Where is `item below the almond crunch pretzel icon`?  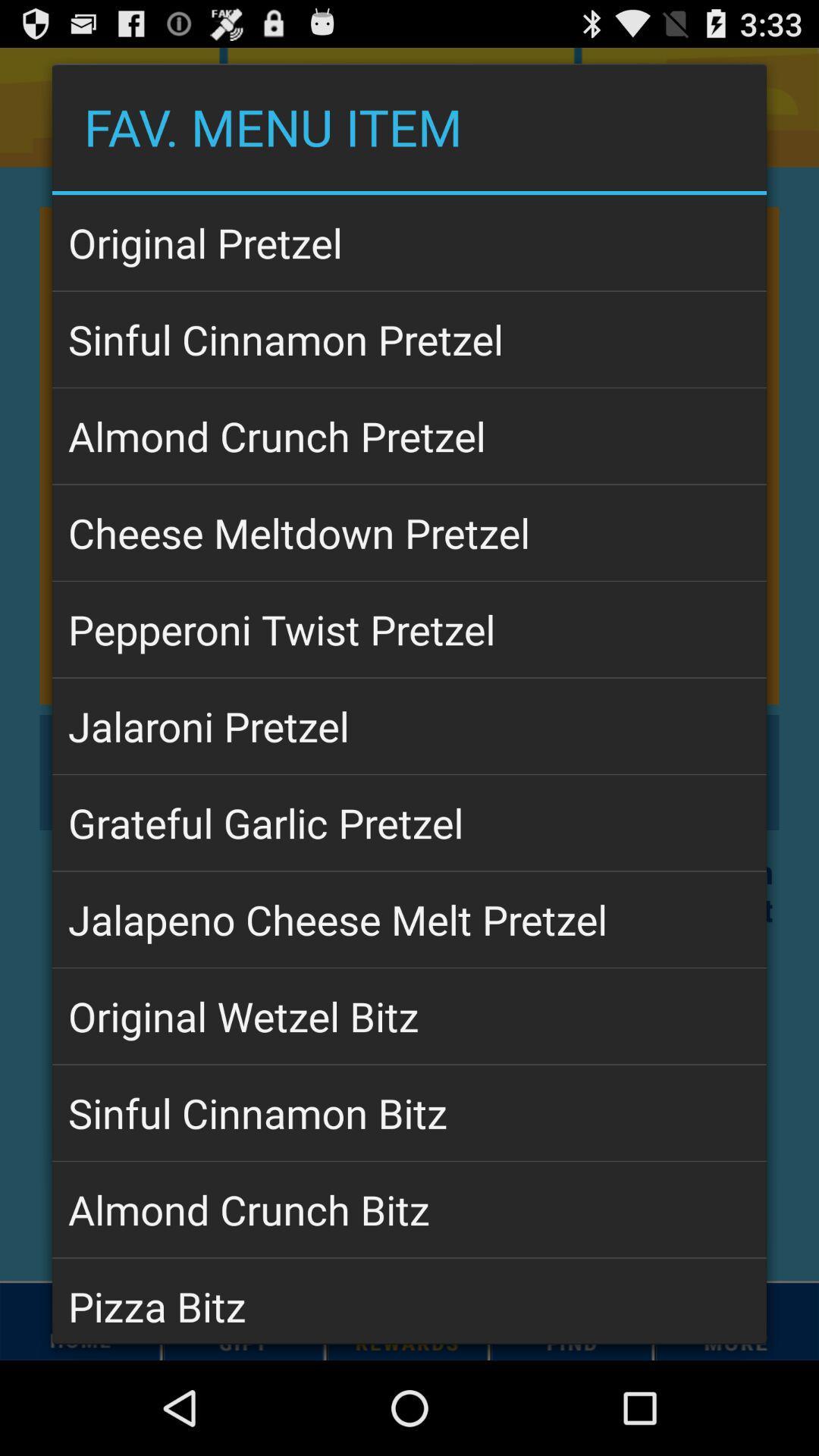
item below the almond crunch pretzel icon is located at coordinates (409, 532).